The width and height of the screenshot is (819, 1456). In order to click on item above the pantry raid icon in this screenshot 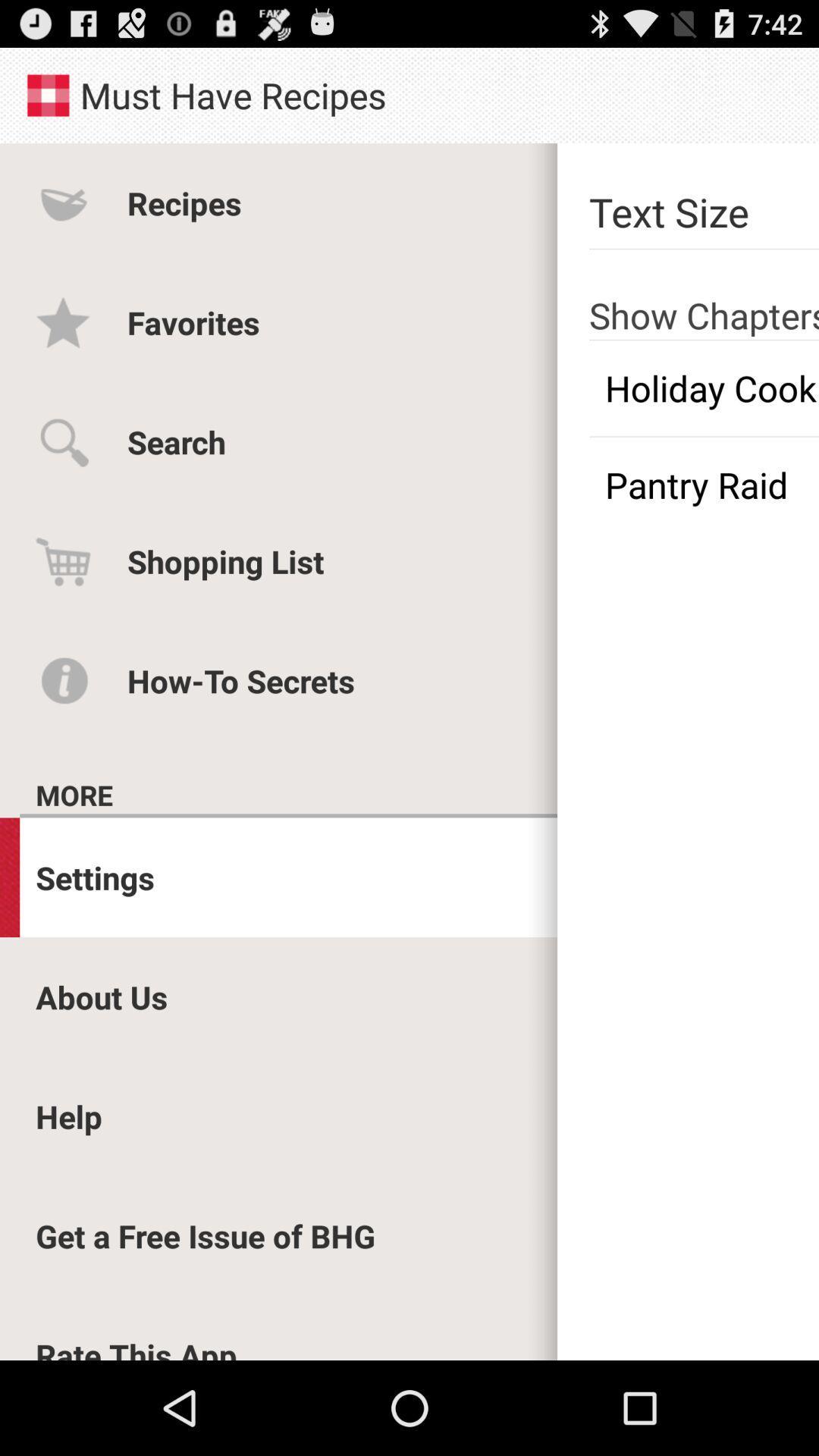, I will do `click(704, 388)`.